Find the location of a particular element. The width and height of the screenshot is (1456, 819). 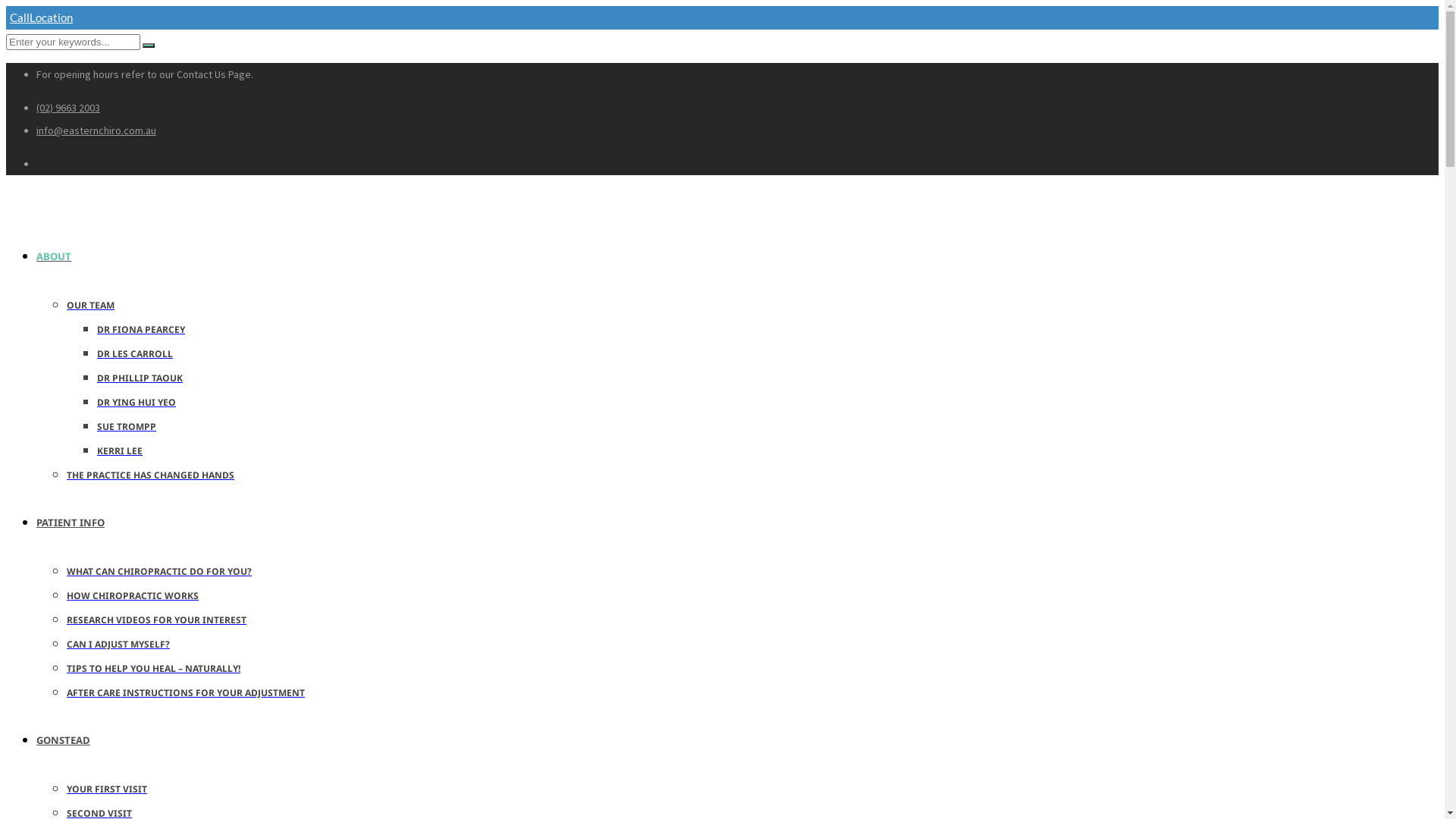

'HOW CHIROPRACTIC WORKS' is located at coordinates (132, 595).